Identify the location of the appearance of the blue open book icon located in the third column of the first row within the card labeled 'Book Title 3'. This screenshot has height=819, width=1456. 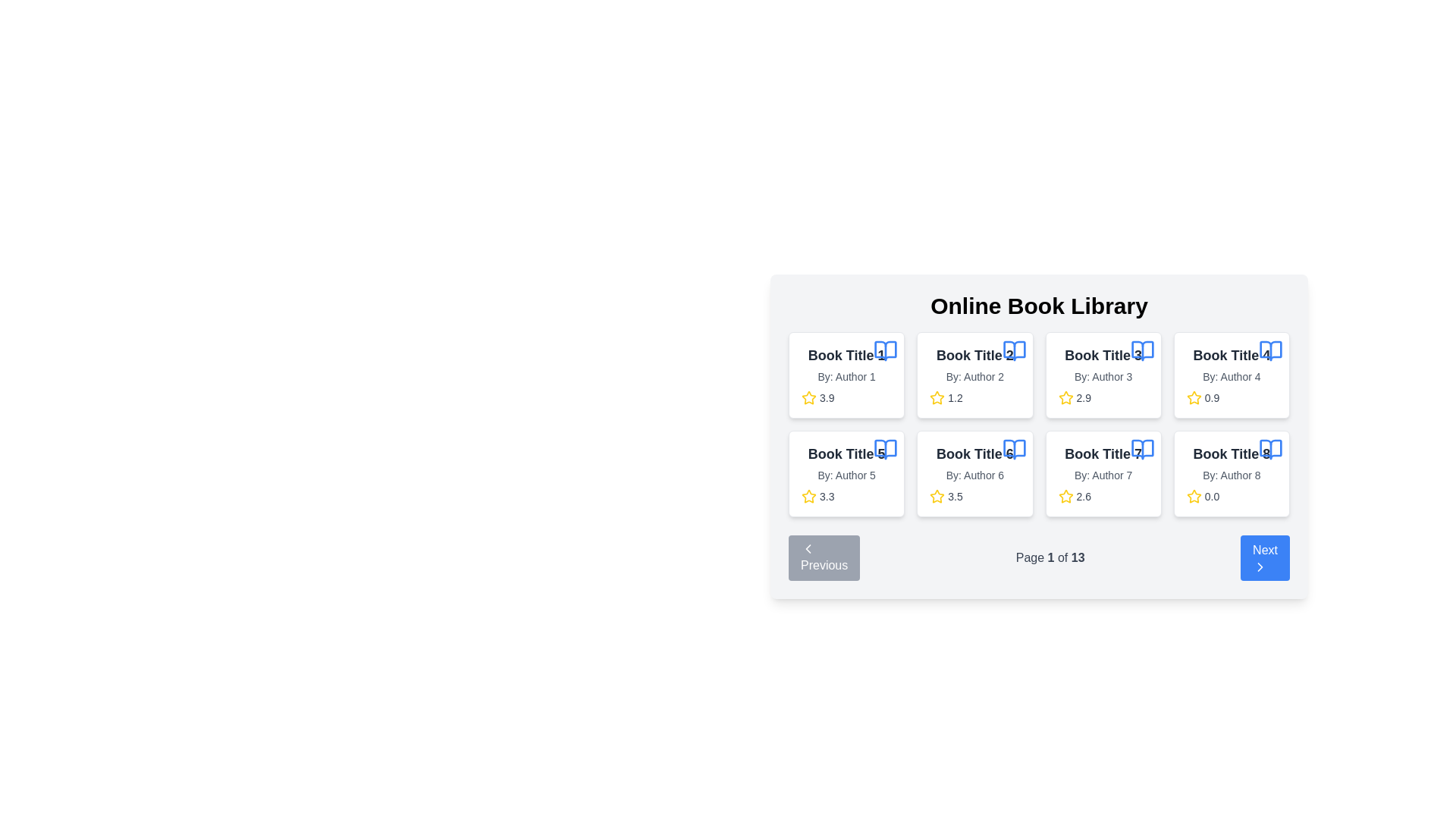
(1142, 350).